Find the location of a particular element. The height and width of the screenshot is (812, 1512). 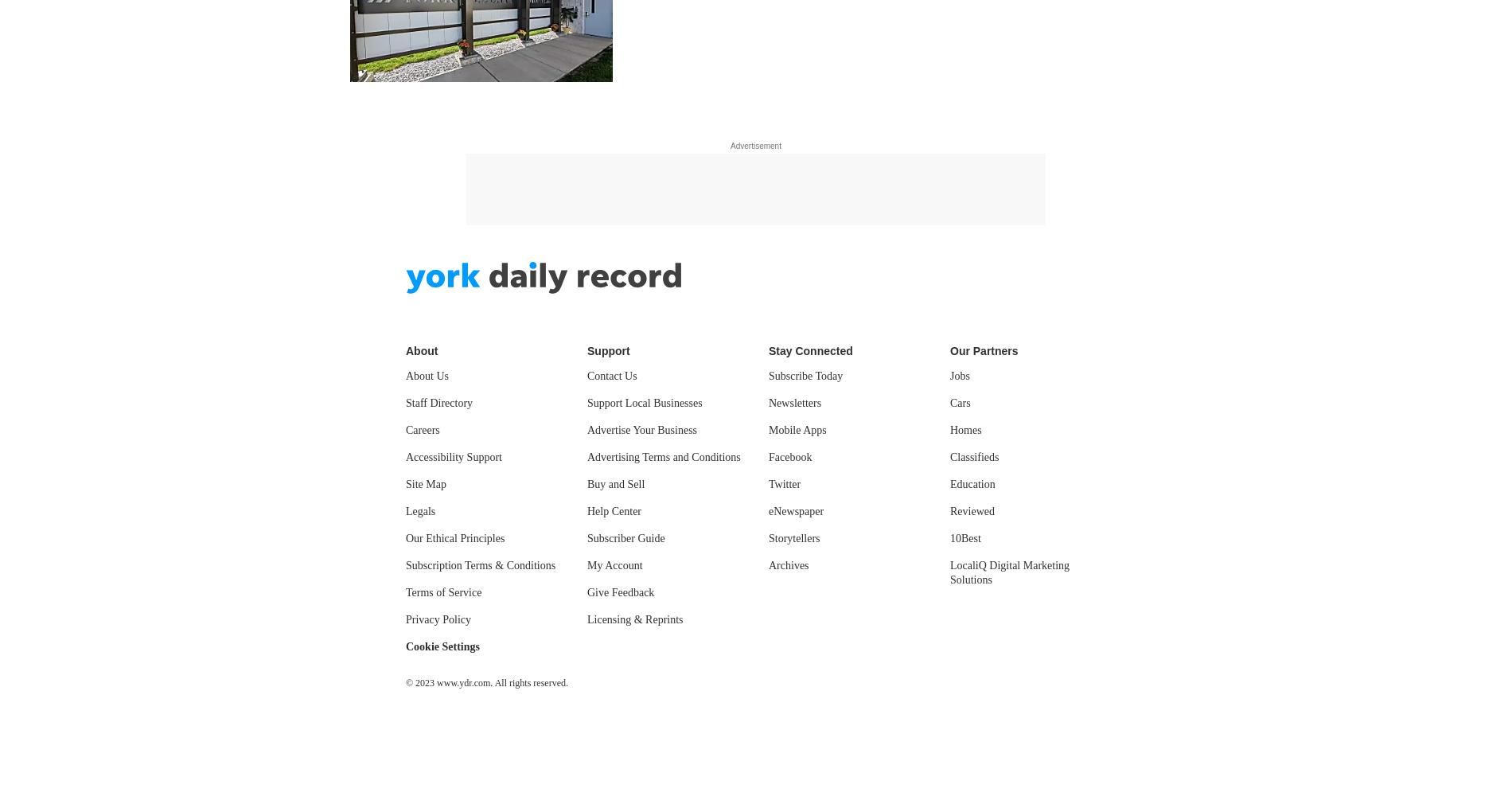

'Contact Us' is located at coordinates (610, 376).